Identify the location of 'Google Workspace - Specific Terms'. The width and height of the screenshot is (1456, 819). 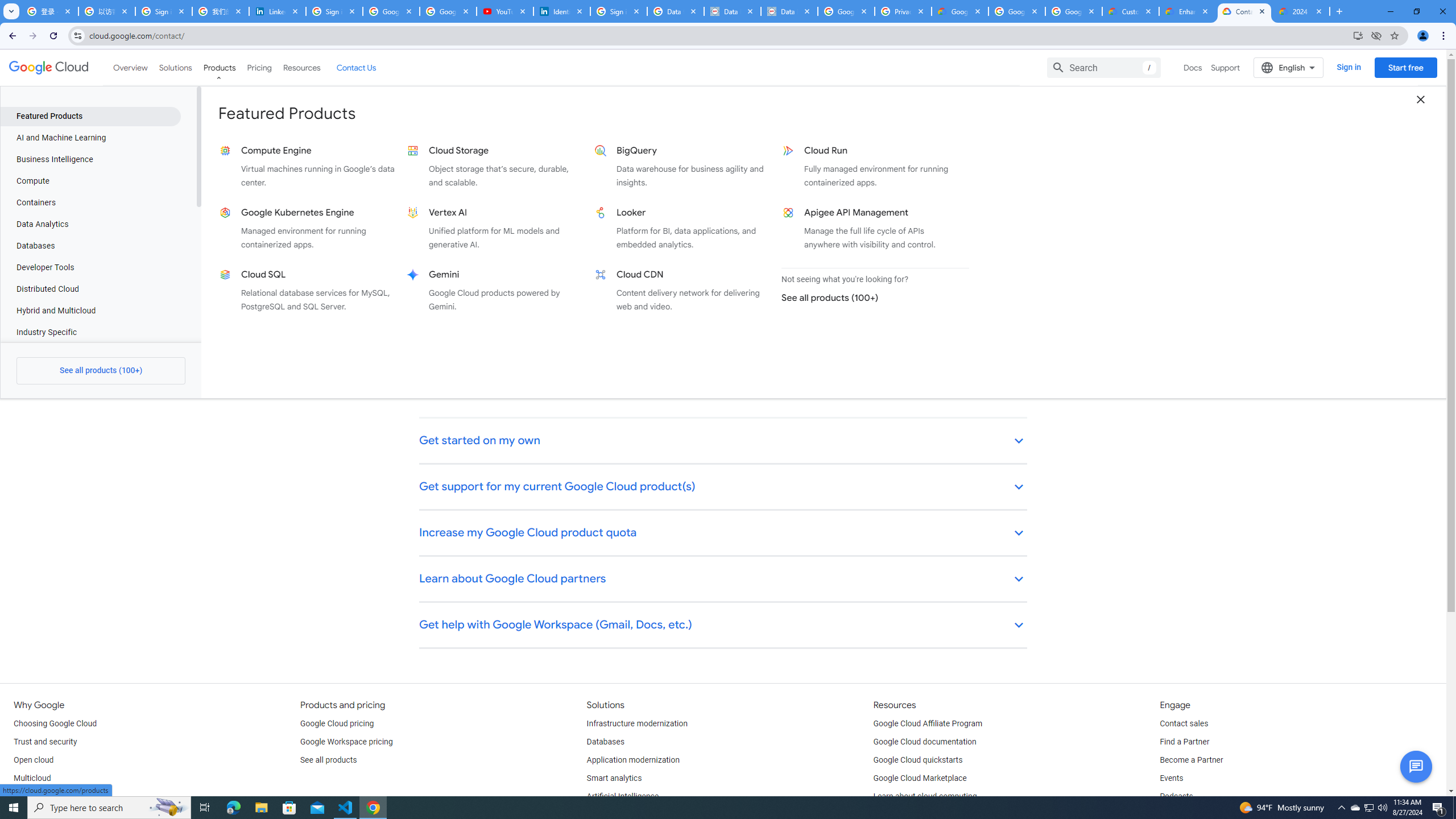
(1015, 11).